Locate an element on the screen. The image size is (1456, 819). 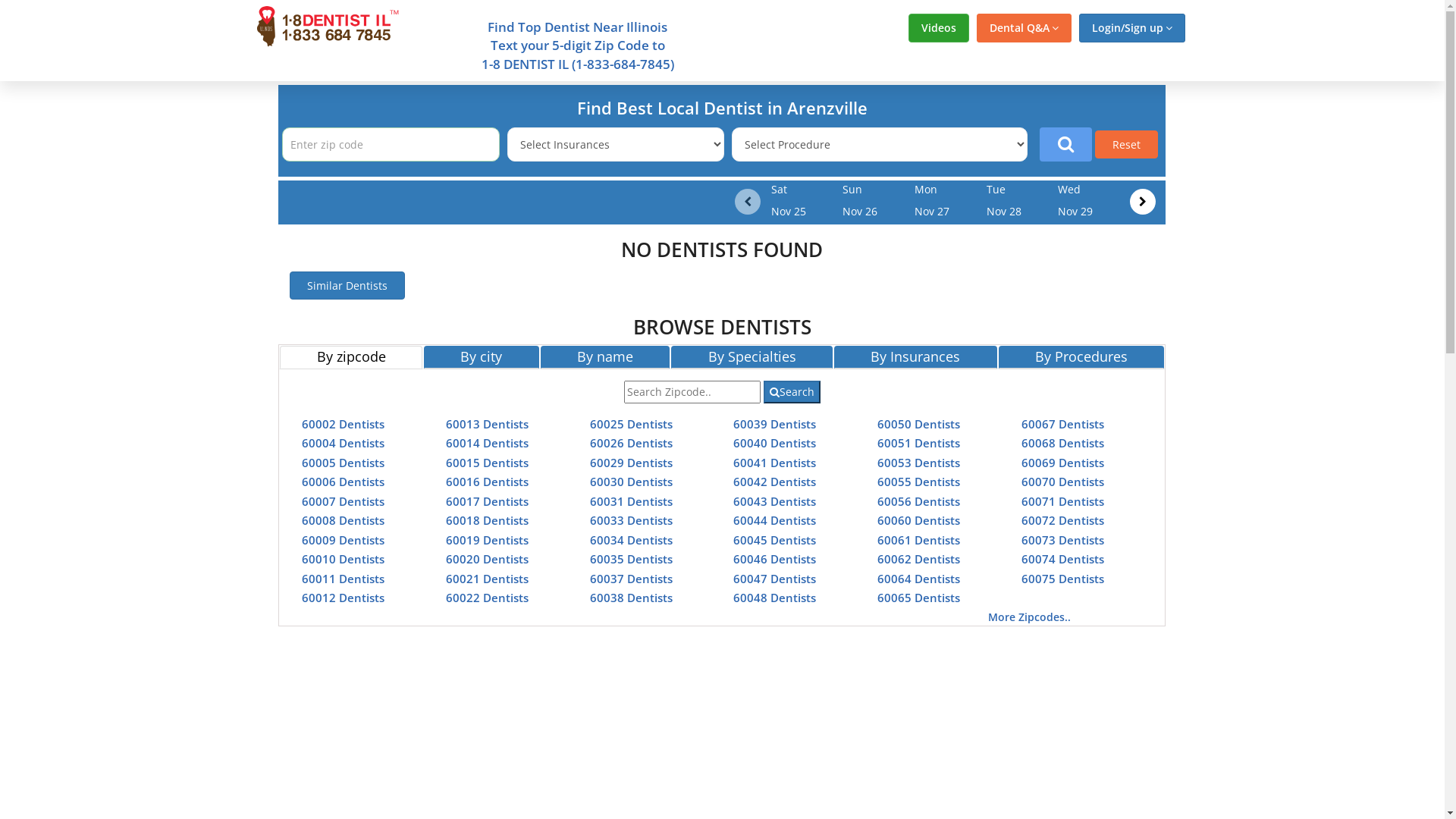
'60070 Dentists' is located at coordinates (1062, 482).